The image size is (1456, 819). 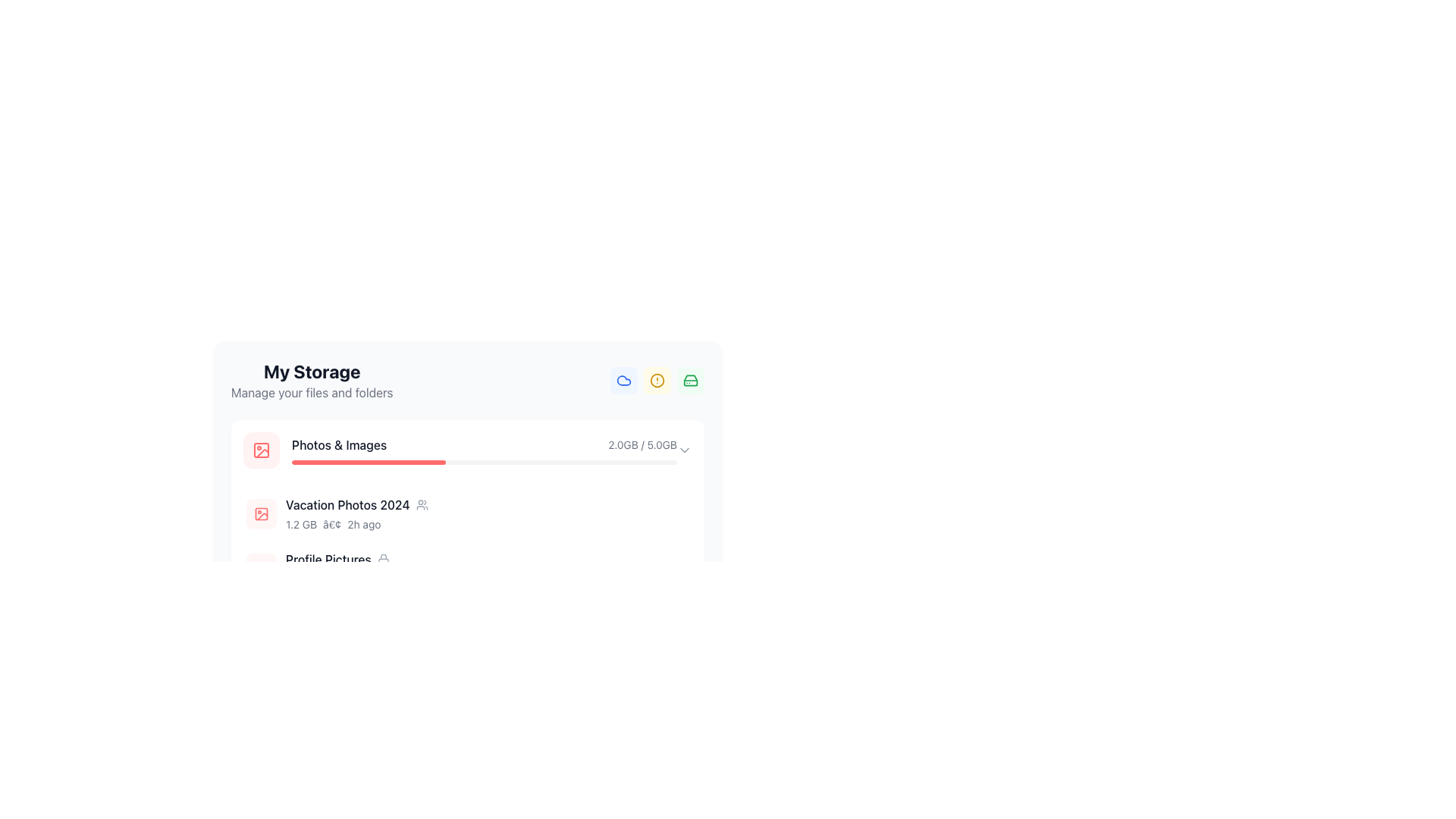 What do you see at coordinates (262, 513) in the screenshot?
I see `the rounded rectangle that is part of the larger icon located near the top-left corner of the list section, adjacent to the label 'Photos & Images'` at bounding box center [262, 513].